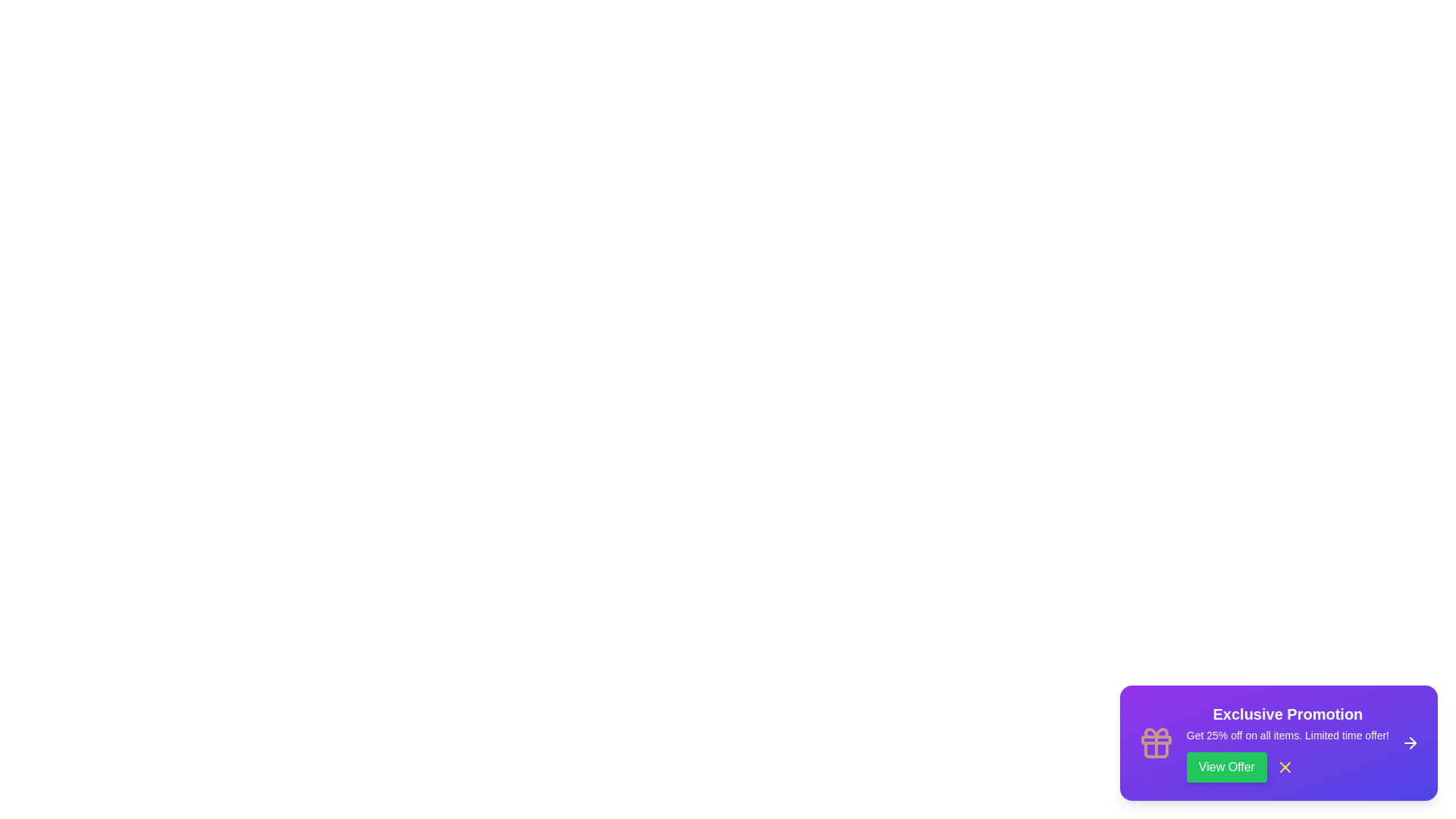  I want to click on the arrow icon to indicate navigation, so click(1410, 742).